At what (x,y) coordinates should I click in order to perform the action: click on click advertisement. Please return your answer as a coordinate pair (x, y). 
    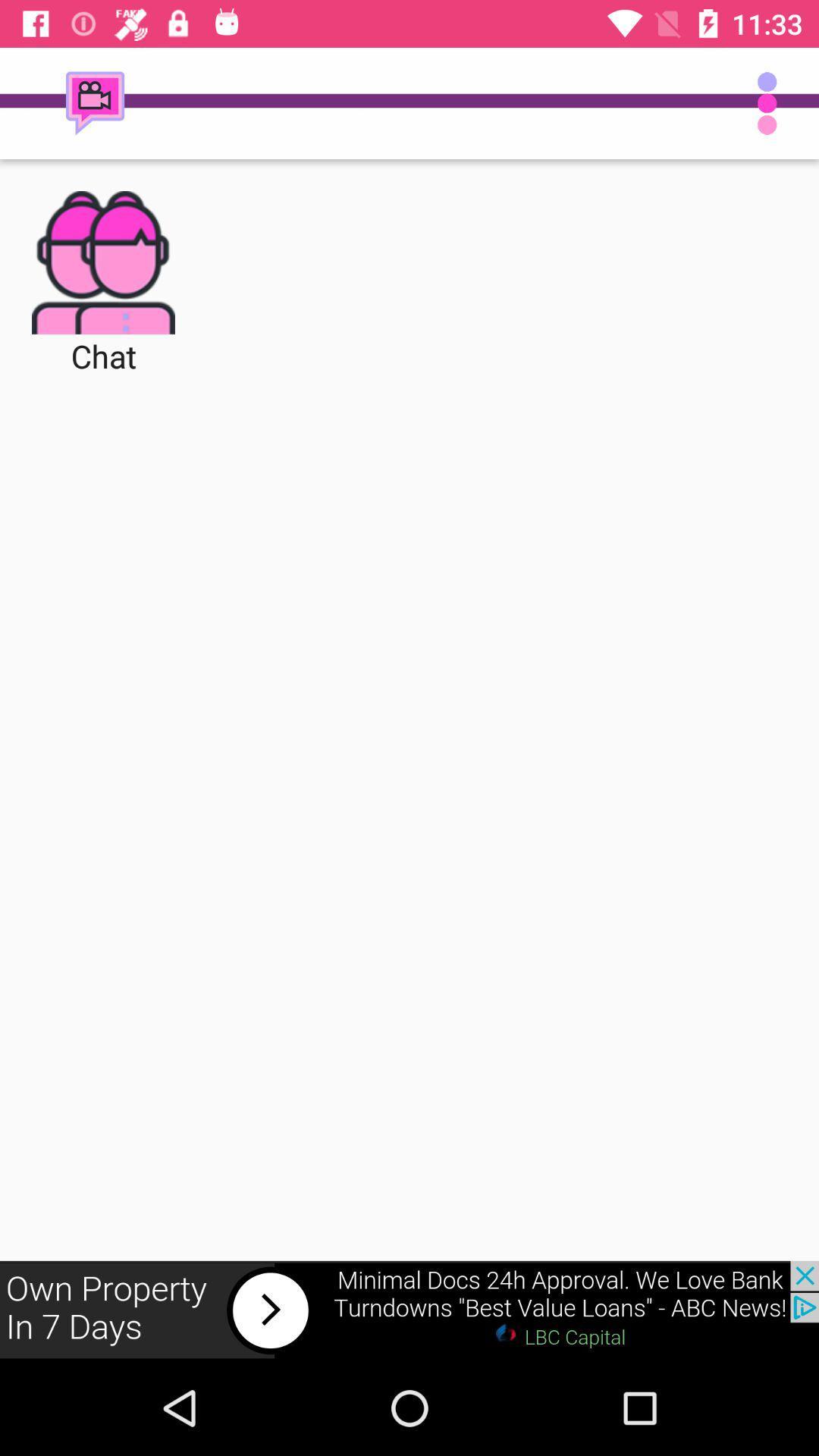
    Looking at the image, I should click on (409, 1310).